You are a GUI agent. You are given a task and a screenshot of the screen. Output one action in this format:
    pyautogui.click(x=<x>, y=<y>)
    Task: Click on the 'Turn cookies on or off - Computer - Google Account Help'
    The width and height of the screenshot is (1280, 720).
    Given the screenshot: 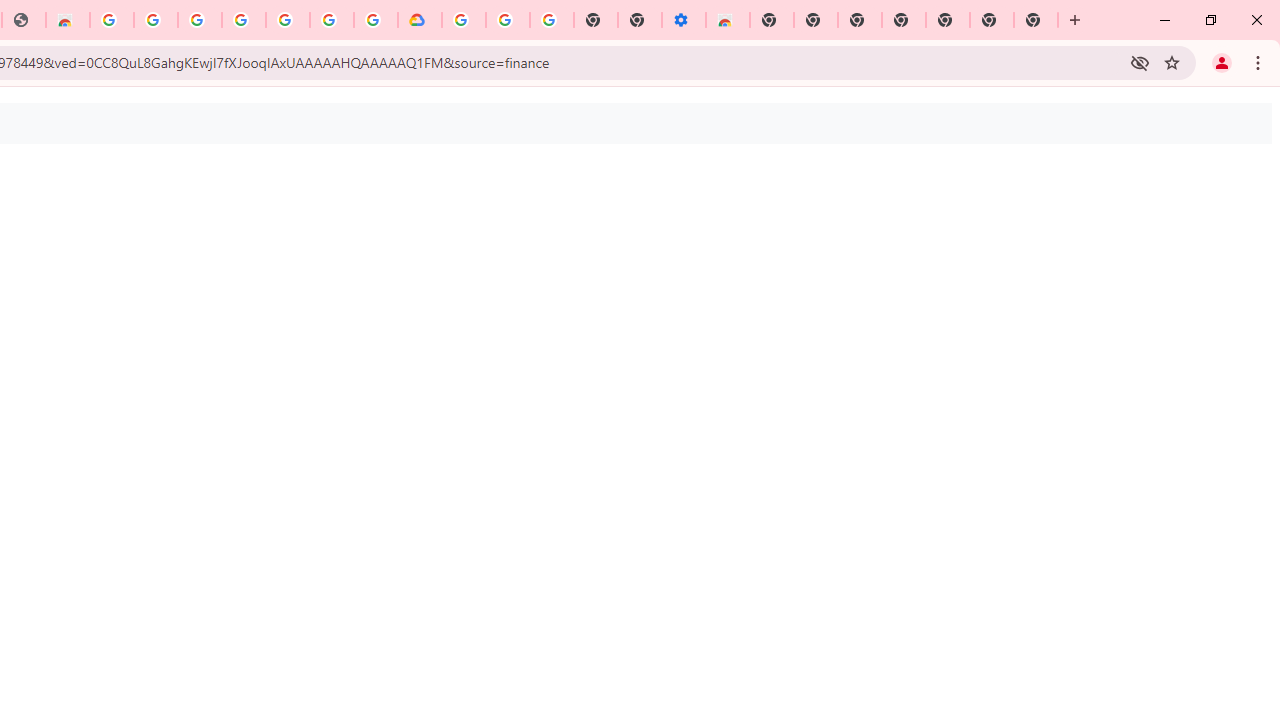 What is the action you would take?
    pyautogui.click(x=551, y=20)
    